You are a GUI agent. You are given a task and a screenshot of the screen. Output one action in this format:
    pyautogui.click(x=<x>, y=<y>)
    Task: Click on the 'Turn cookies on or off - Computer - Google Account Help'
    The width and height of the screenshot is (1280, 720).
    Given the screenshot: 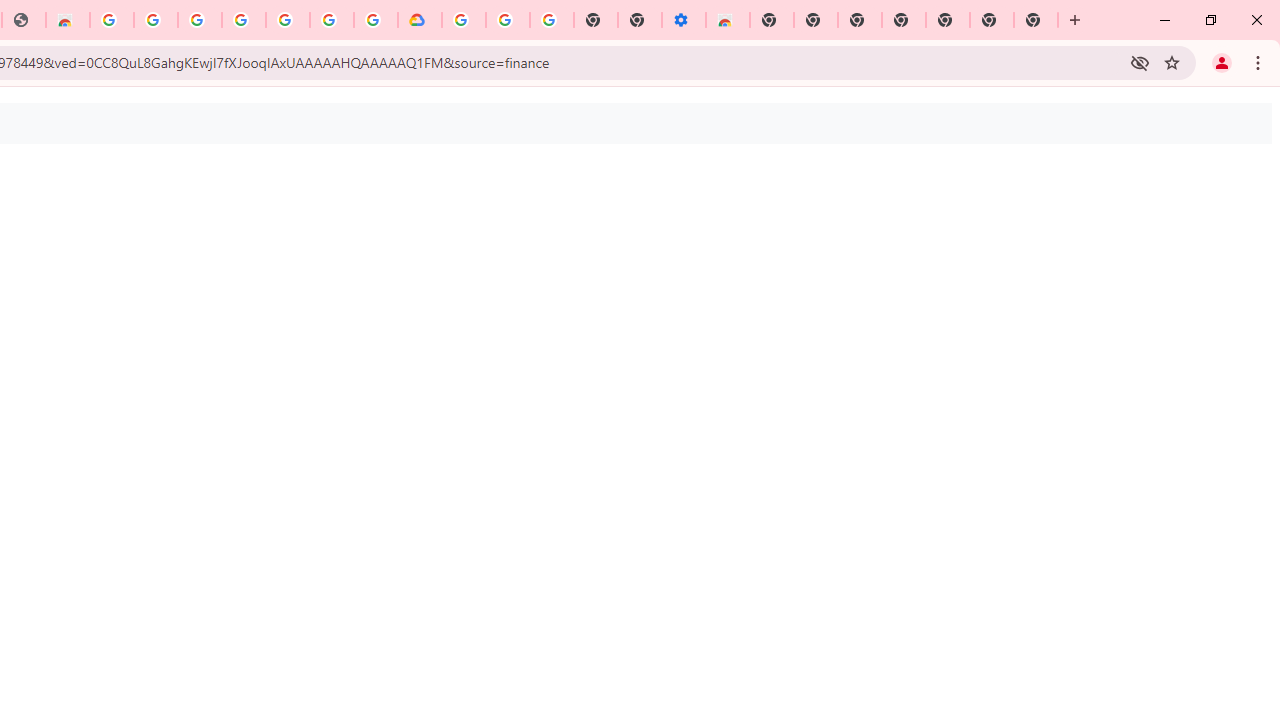 What is the action you would take?
    pyautogui.click(x=551, y=20)
    